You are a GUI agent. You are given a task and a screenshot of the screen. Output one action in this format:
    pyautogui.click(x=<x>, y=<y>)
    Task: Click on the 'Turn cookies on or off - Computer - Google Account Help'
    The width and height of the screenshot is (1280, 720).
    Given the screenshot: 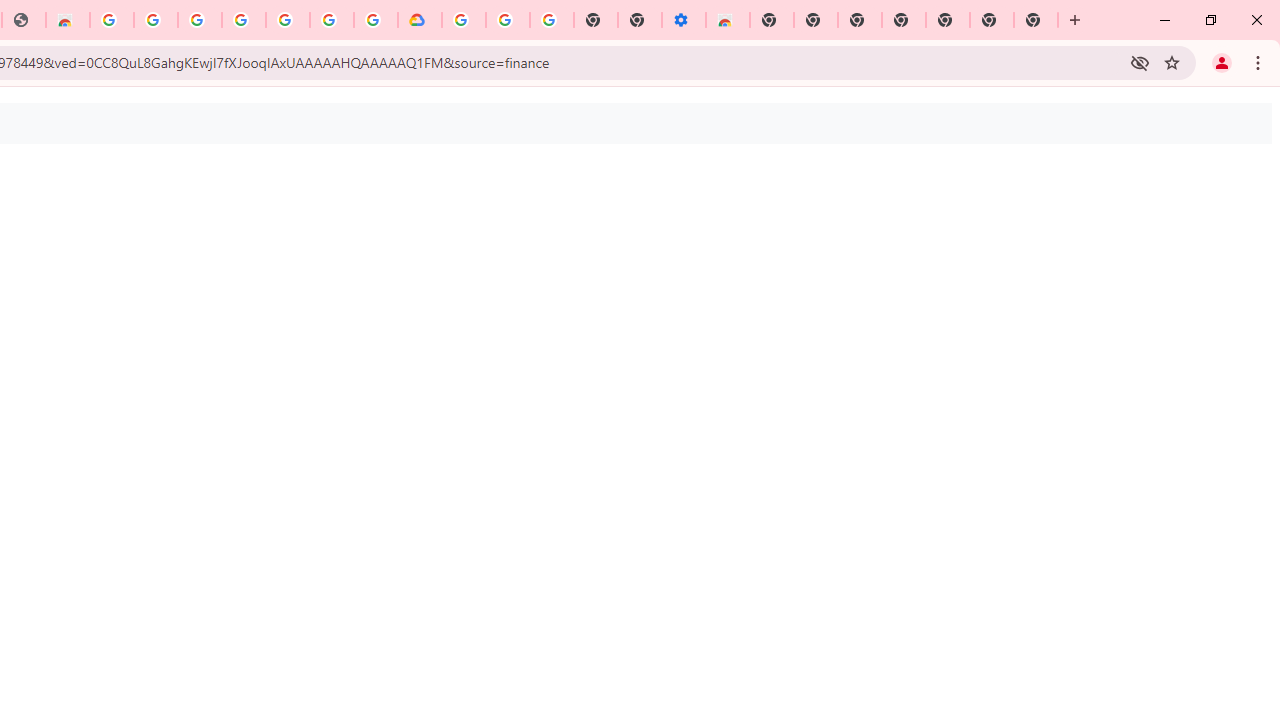 What is the action you would take?
    pyautogui.click(x=551, y=20)
    